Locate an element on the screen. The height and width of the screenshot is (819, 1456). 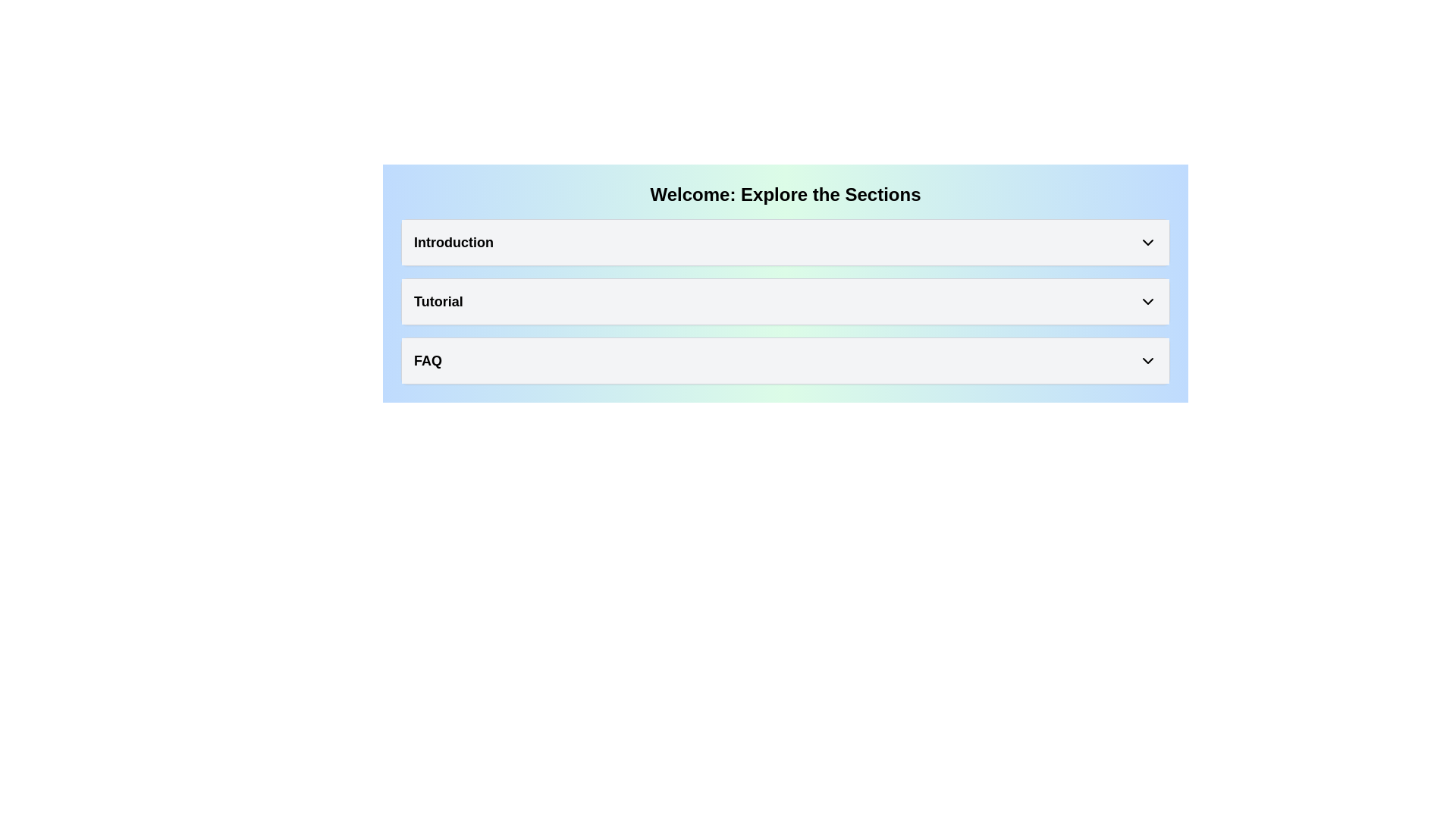
the chevron-down icon styled with a black outline on a light gray button background, located near the right edge of the 'FAQ' button is located at coordinates (1147, 360).